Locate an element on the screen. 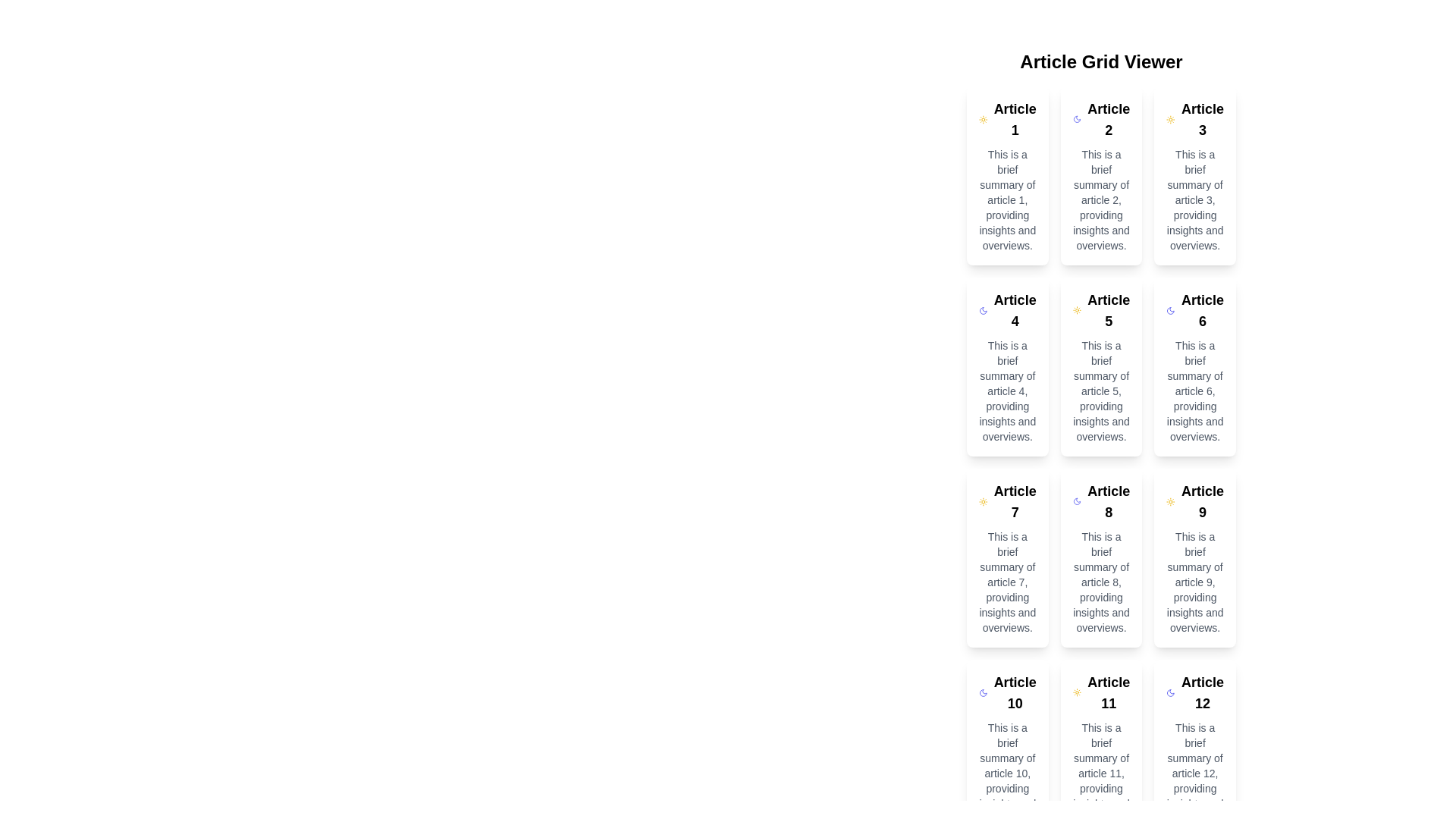 This screenshot has width=1456, height=819. the circular sun icon, which is yellow and features ray motifs, located inside the first article card labeled 'Article 1' in the top-left corner of the interface is located at coordinates (983, 119).